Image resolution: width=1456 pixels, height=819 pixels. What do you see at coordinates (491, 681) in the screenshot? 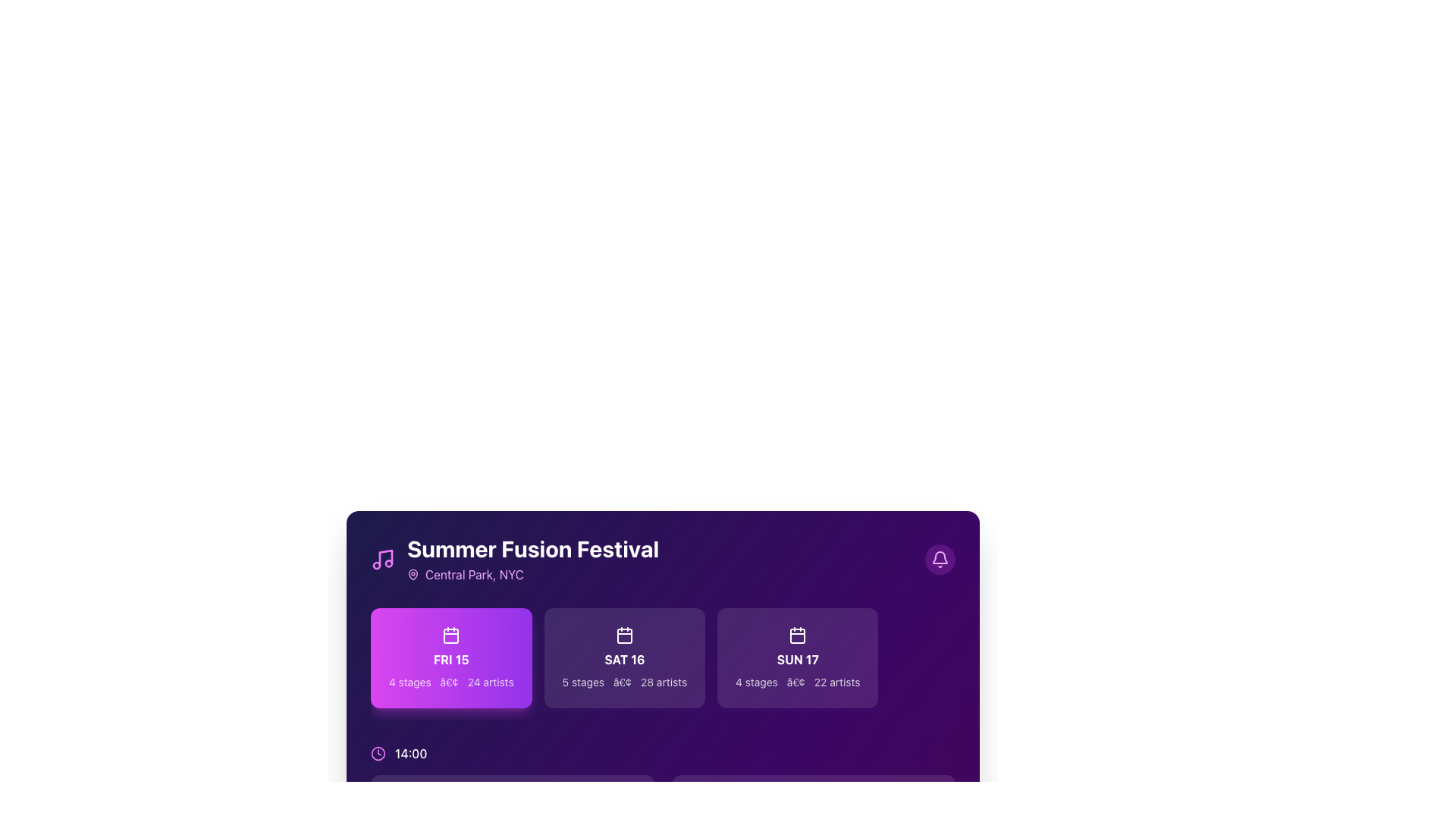
I see `the text label displaying '24 artists', which is rendered in white sans-serif font on a purple background, located within the bottom section of the purple box labeled 'FRI 15'` at bounding box center [491, 681].